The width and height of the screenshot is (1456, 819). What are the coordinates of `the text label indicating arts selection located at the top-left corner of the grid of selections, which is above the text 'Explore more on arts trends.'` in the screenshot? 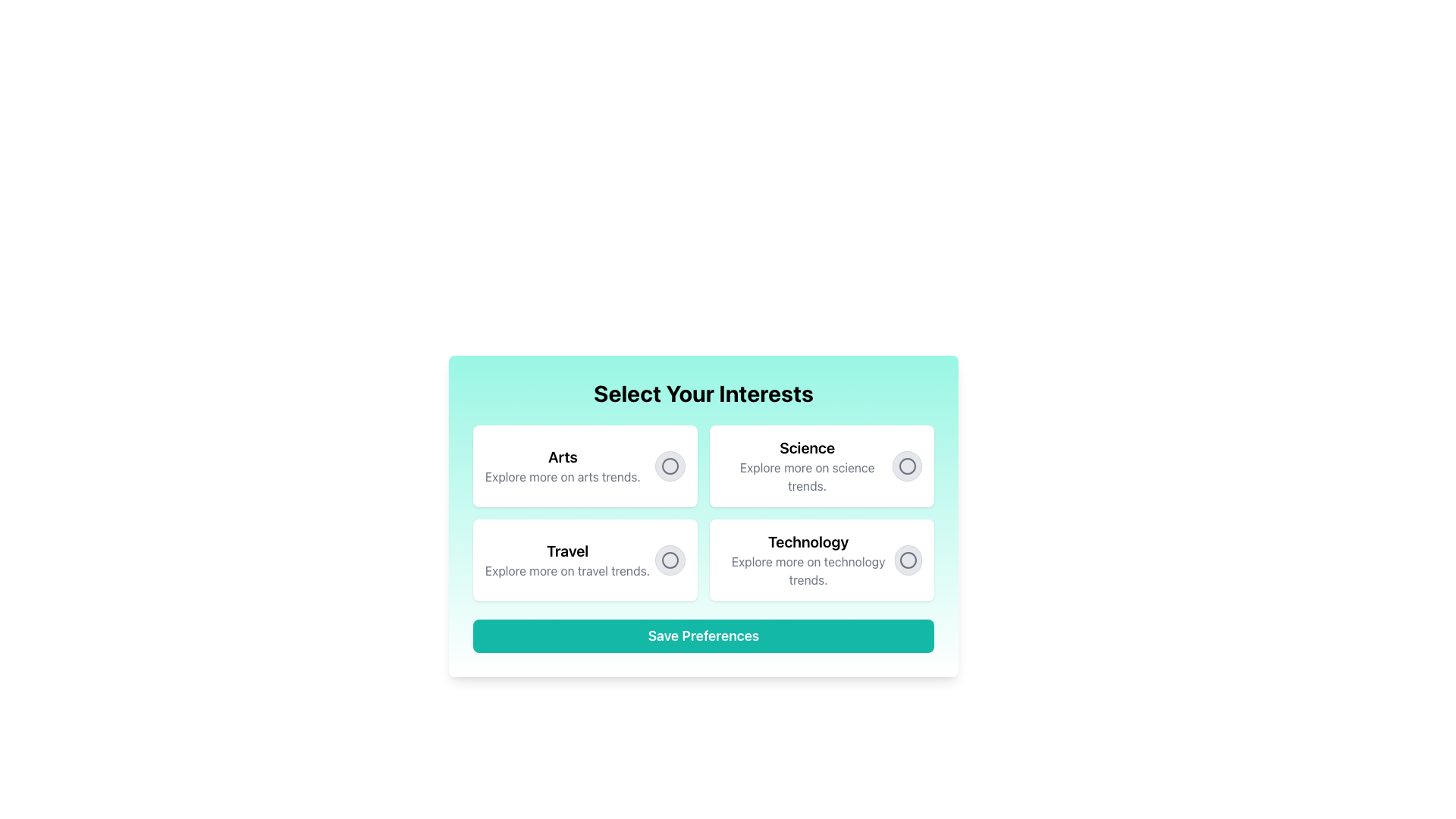 It's located at (562, 456).